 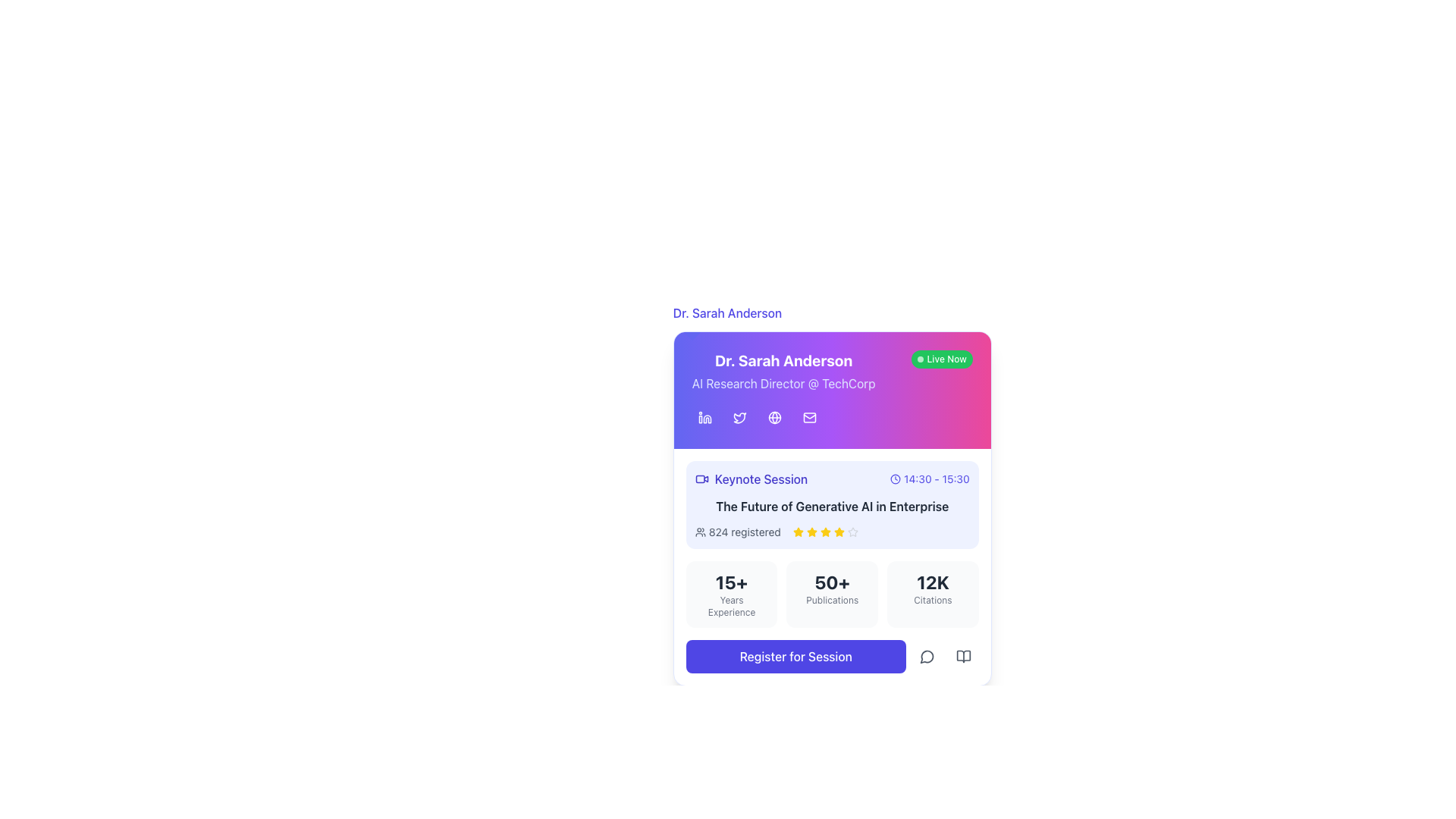 What do you see at coordinates (831, 418) in the screenshot?
I see `the last circular button in the row containing social media icons, which has a colorful gradient background transitioning from blue to pink` at bounding box center [831, 418].